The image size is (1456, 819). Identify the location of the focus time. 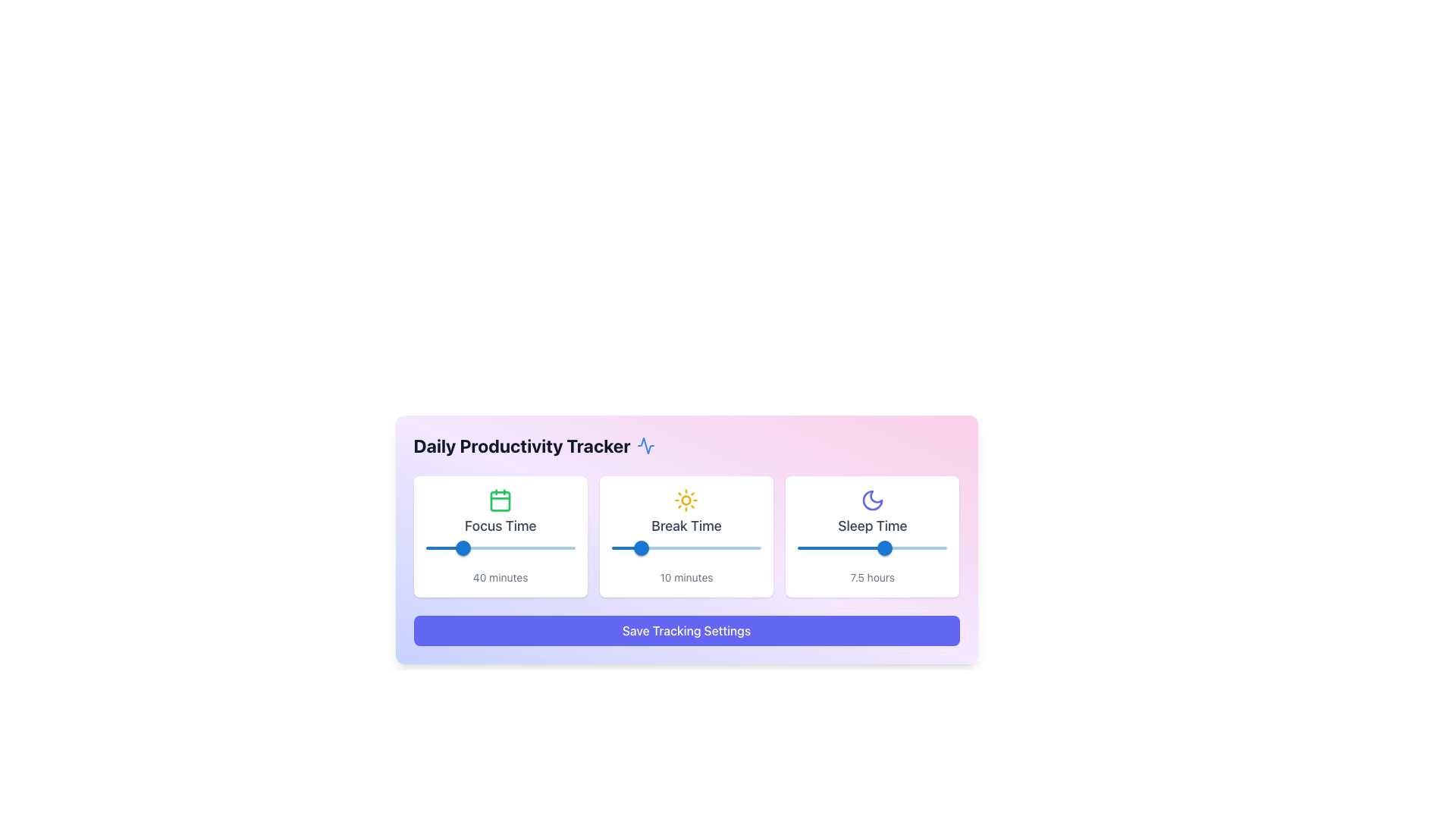
(444, 548).